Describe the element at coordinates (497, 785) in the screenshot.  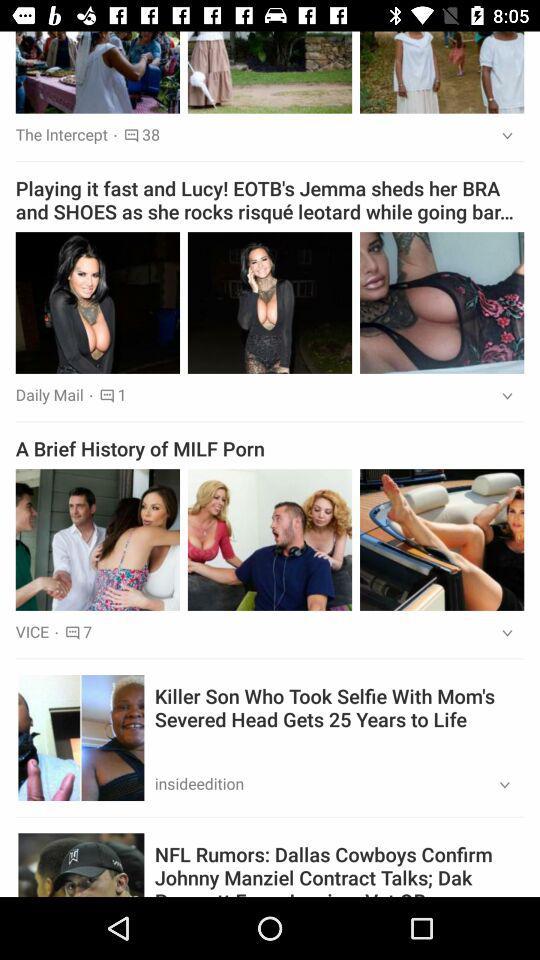
I see `the app above the nfl rumors dallas icon` at that location.